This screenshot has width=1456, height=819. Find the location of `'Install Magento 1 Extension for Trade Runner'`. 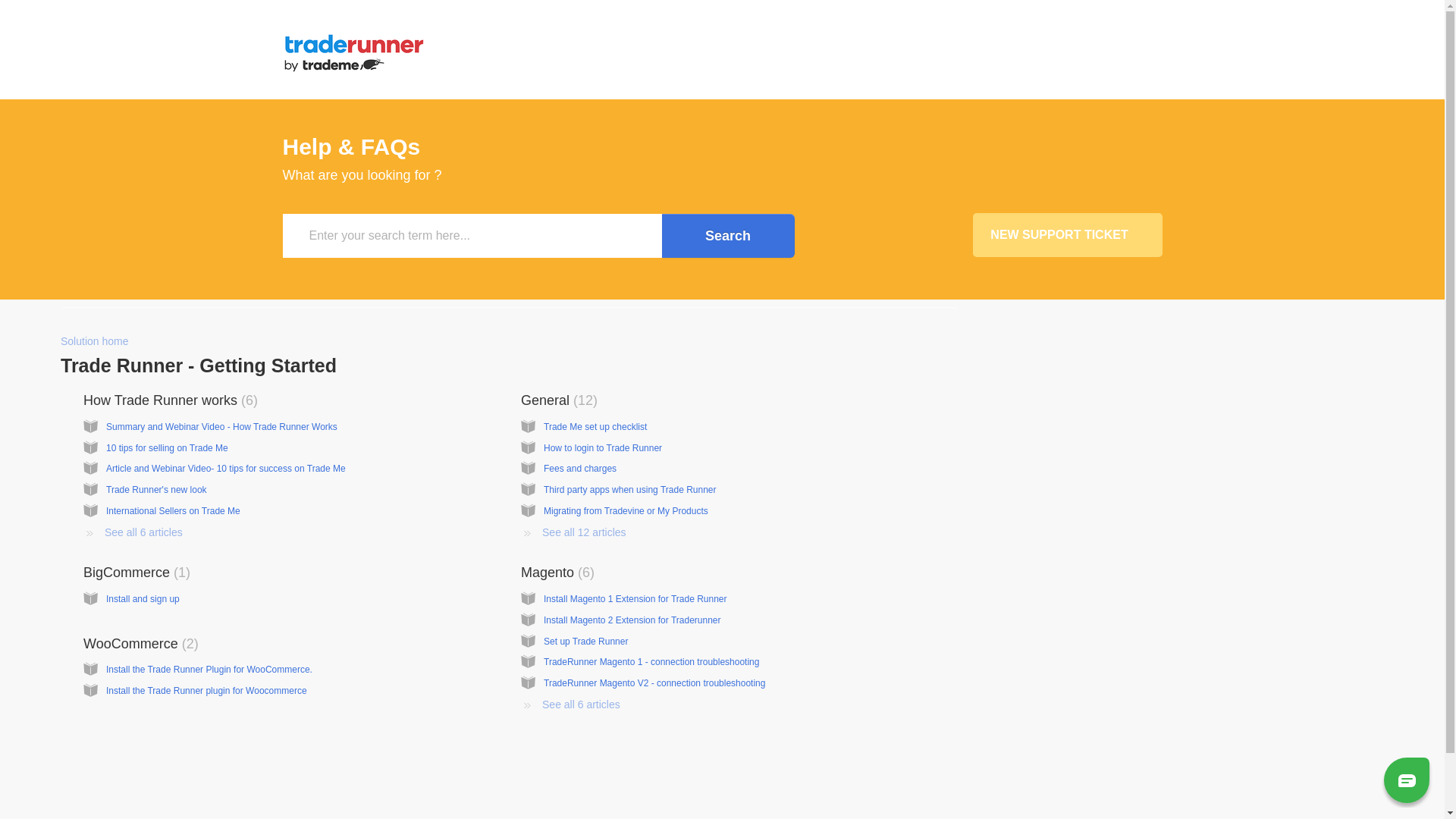

'Install Magento 1 Extension for Trade Runner' is located at coordinates (635, 598).